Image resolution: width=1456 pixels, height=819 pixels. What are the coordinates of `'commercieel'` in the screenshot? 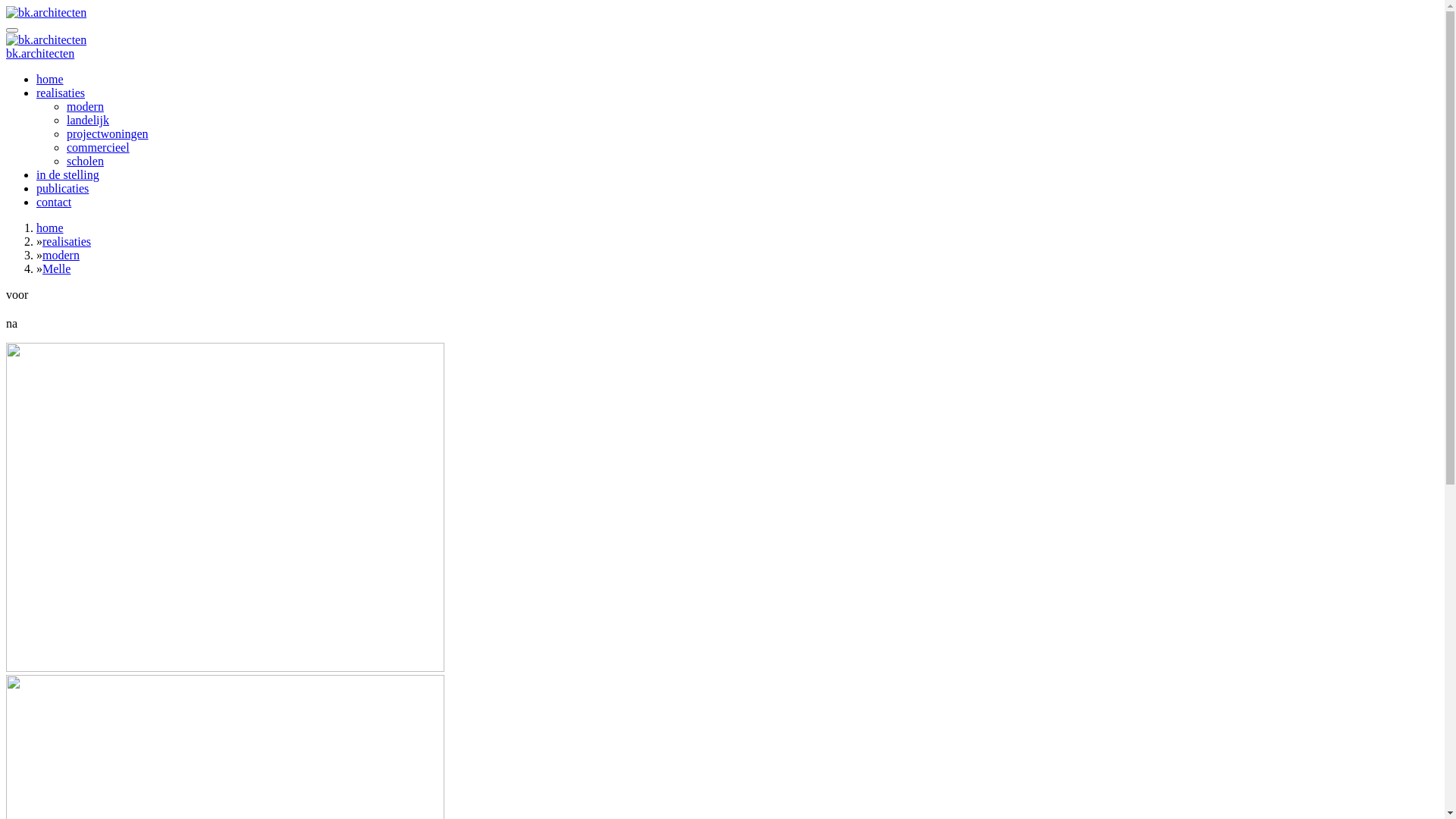 It's located at (97, 147).